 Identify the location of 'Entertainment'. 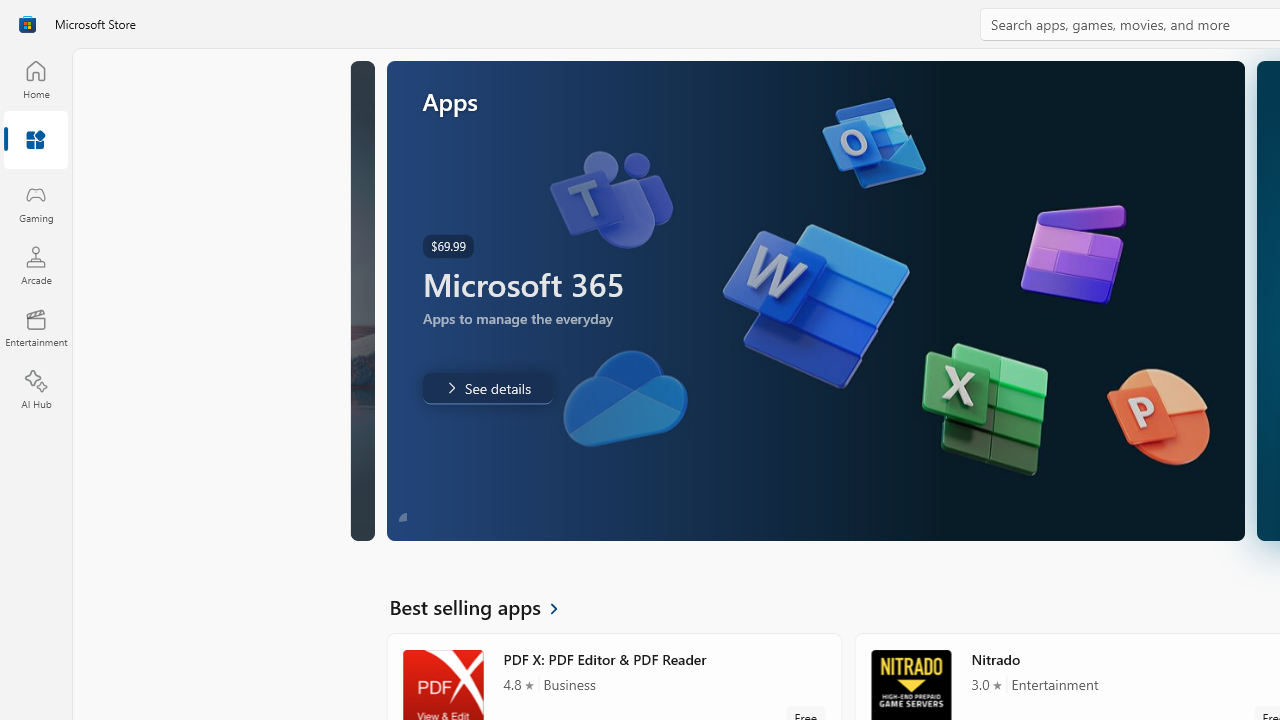
(35, 326).